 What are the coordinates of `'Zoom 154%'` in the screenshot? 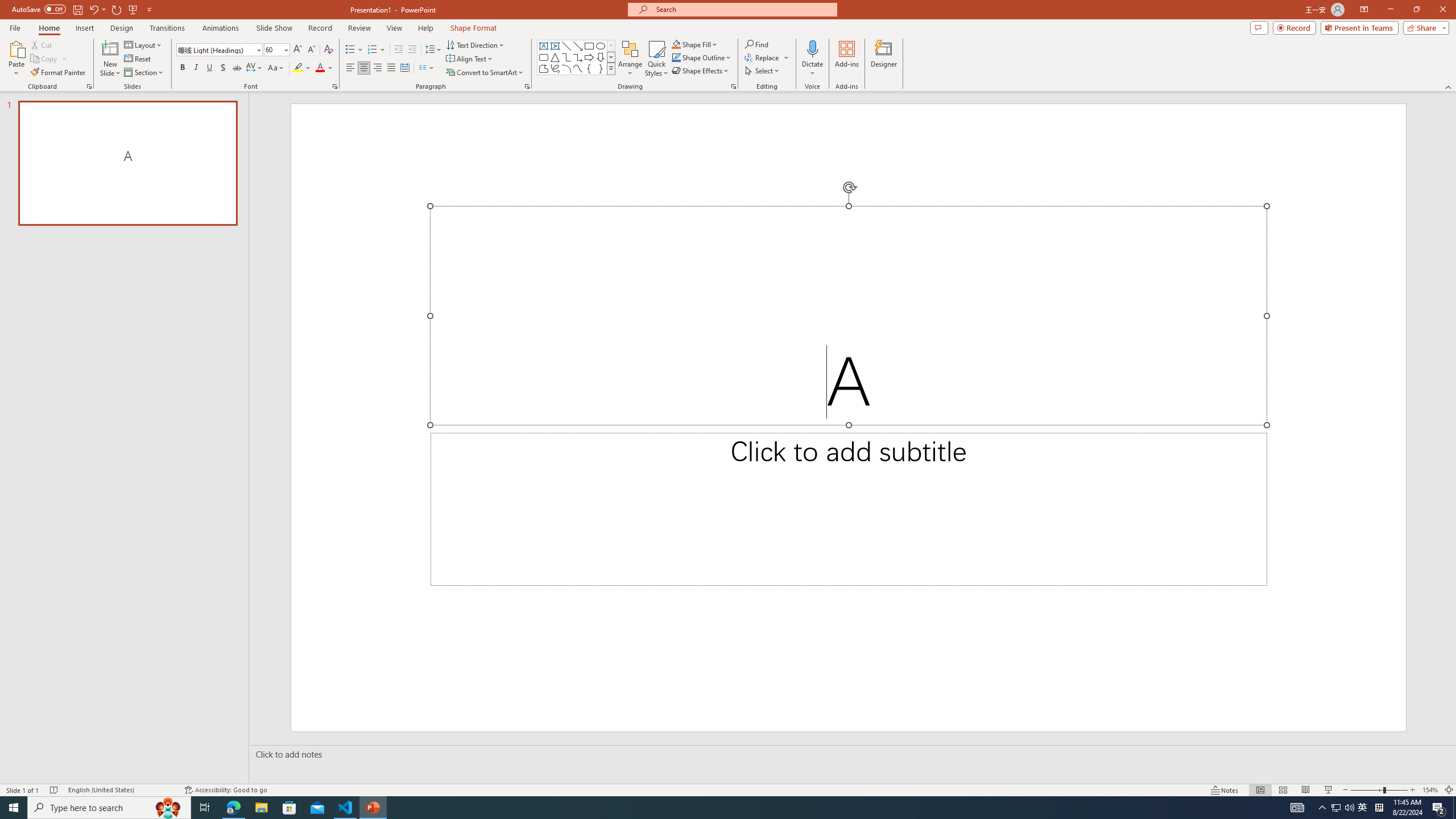 It's located at (1430, 790).